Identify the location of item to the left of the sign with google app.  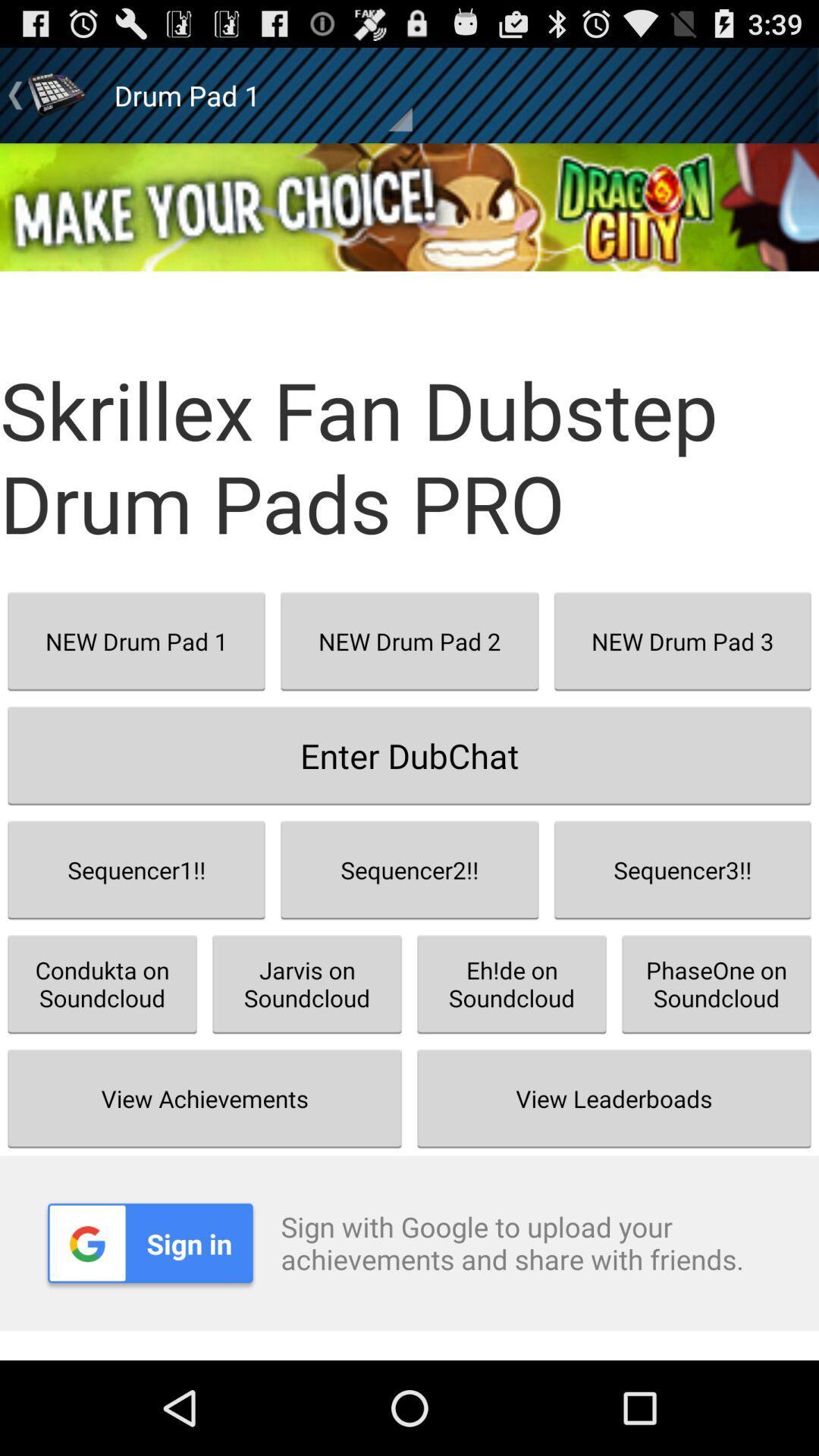
(150, 1243).